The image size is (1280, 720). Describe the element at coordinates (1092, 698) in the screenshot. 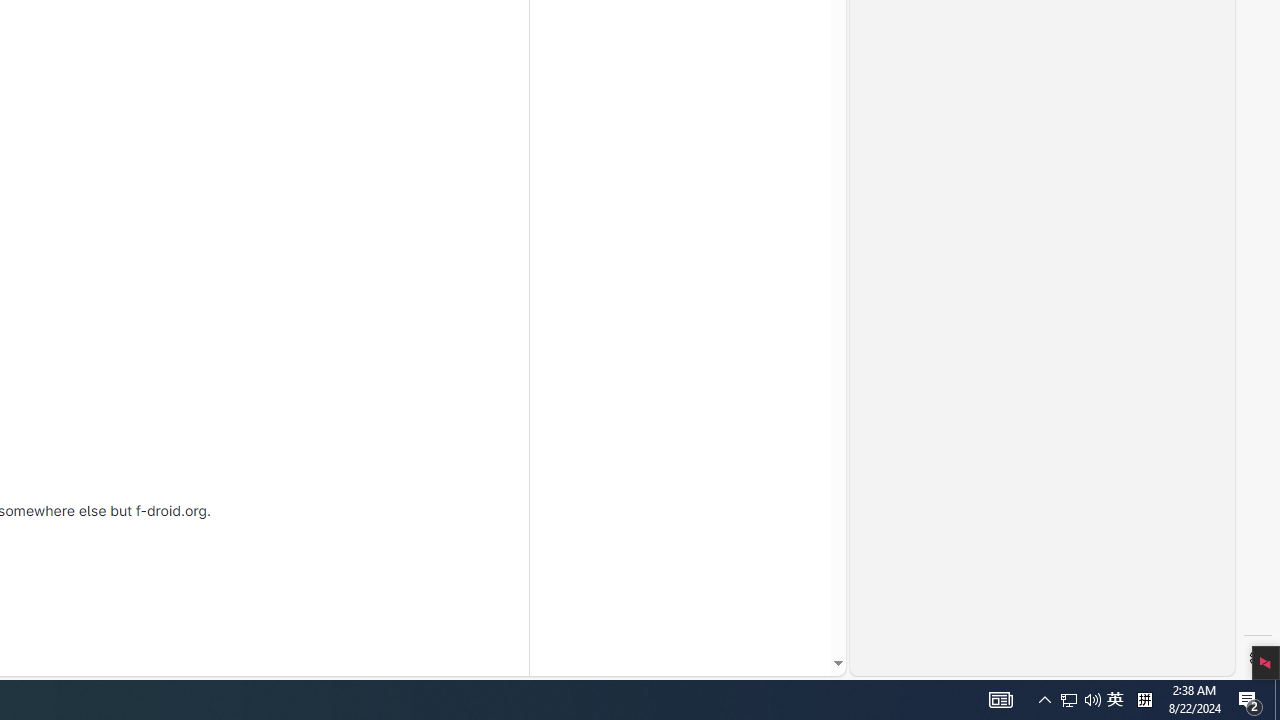

I see `'Notification Chevron'` at that location.